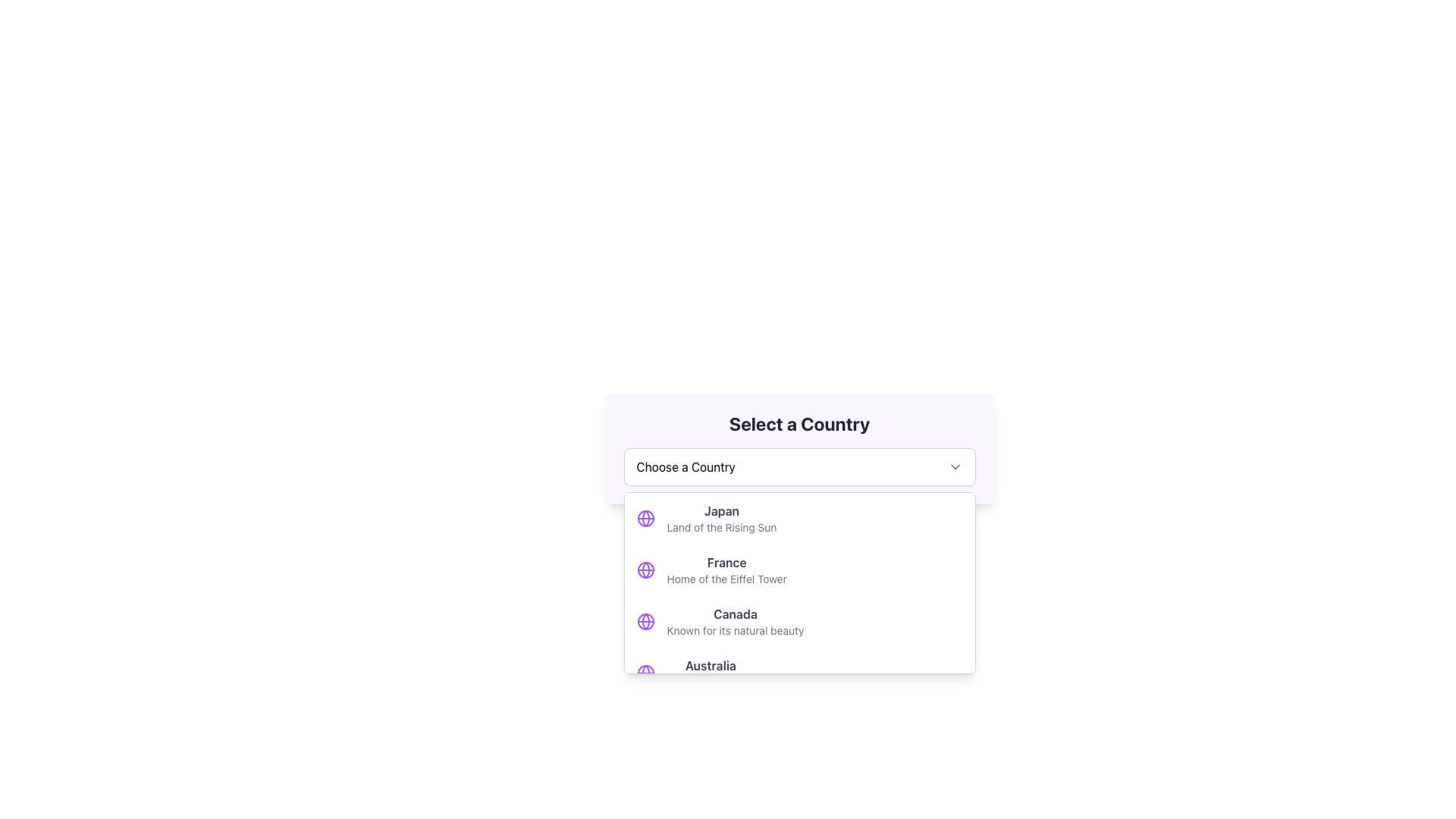  Describe the element at coordinates (645, 672) in the screenshot. I see `the globe icon with a circular frame and intersecting arcs, which is located to the left of the text 'Australia' in the last item of a dropdown list` at that location.